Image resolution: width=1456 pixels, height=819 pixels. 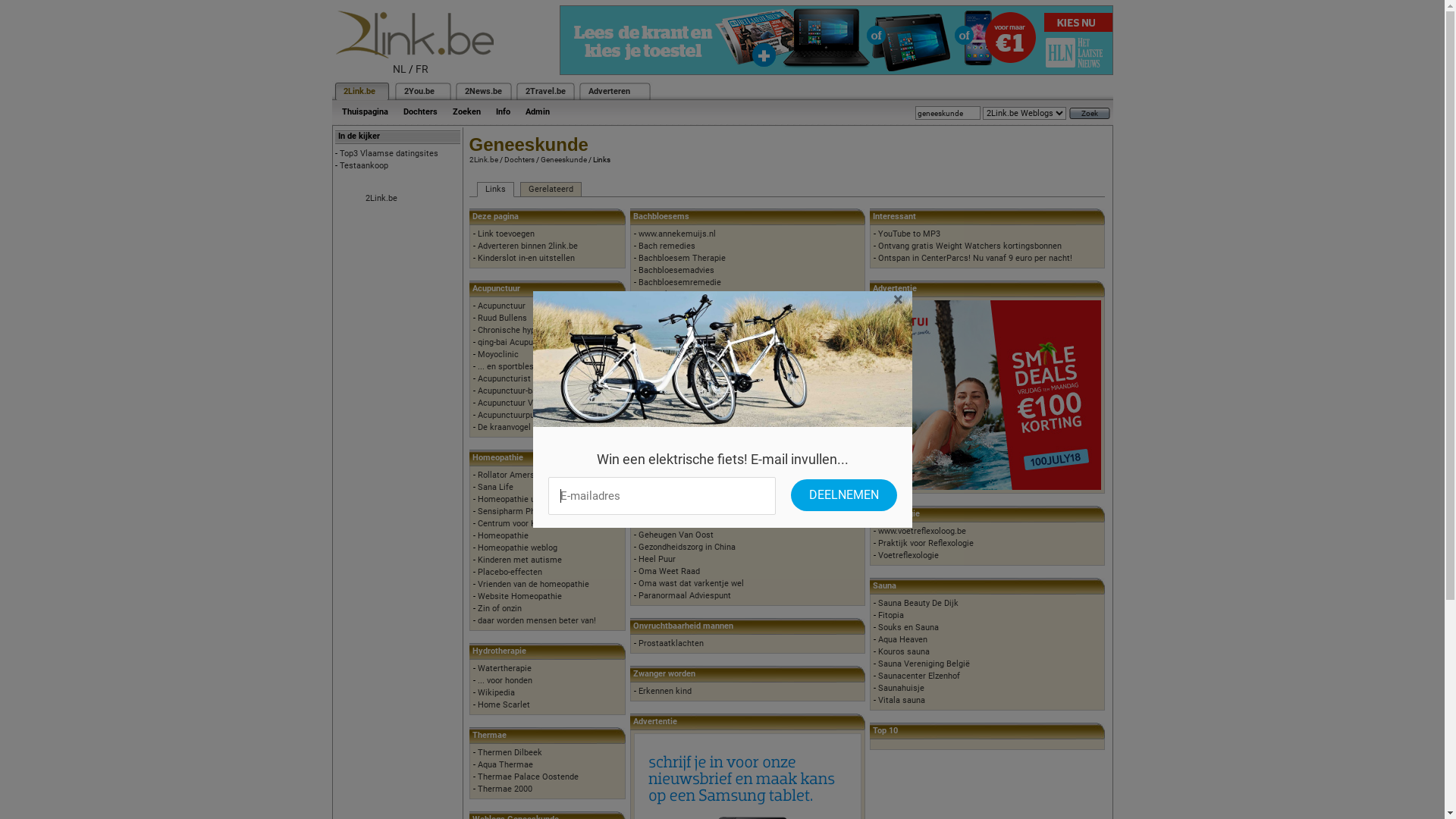 I want to click on 'Kinderen met autisme', so click(x=476, y=560).